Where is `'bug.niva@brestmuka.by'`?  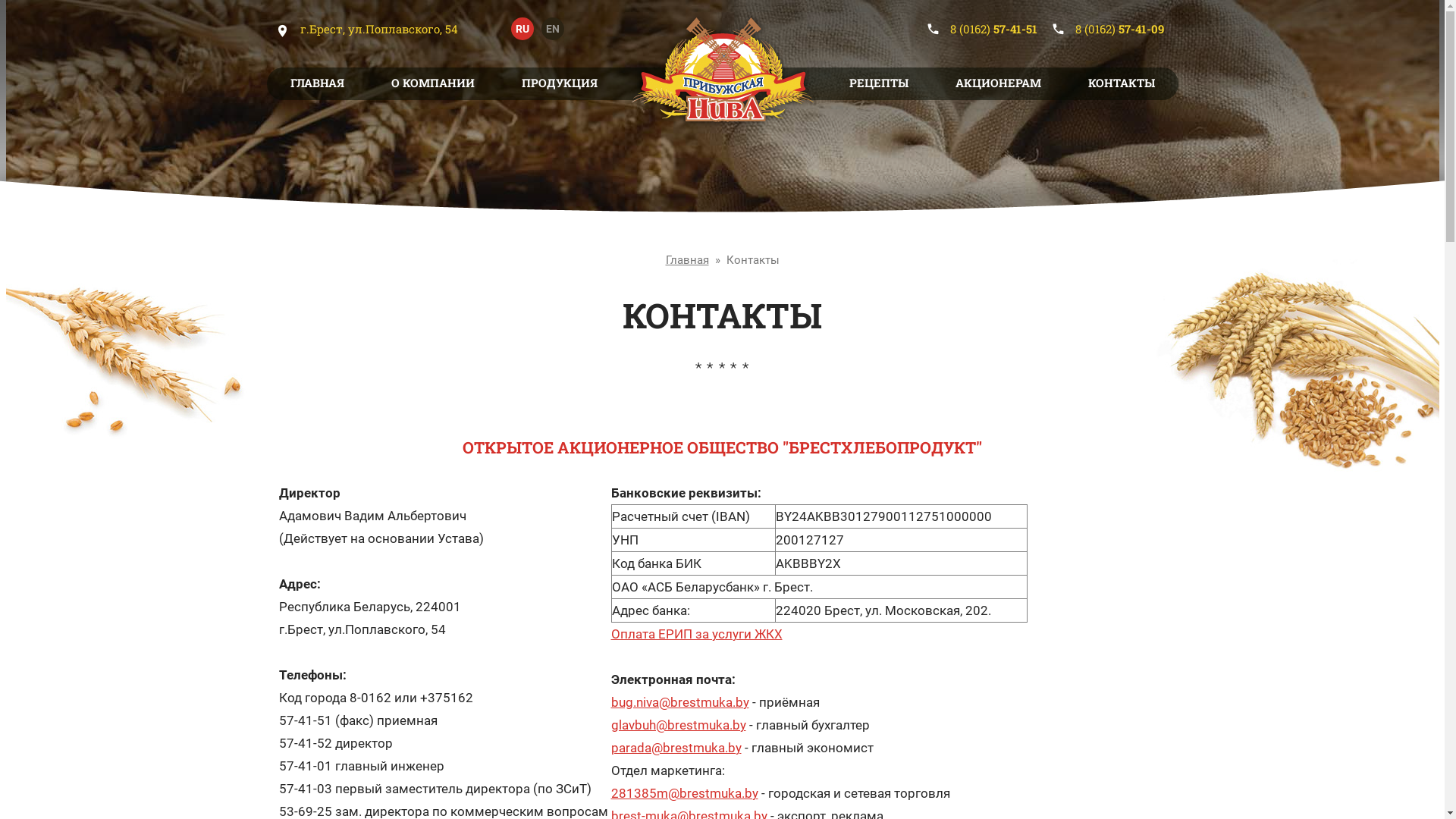 'bug.niva@brestmuka.by' is located at coordinates (679, 701).